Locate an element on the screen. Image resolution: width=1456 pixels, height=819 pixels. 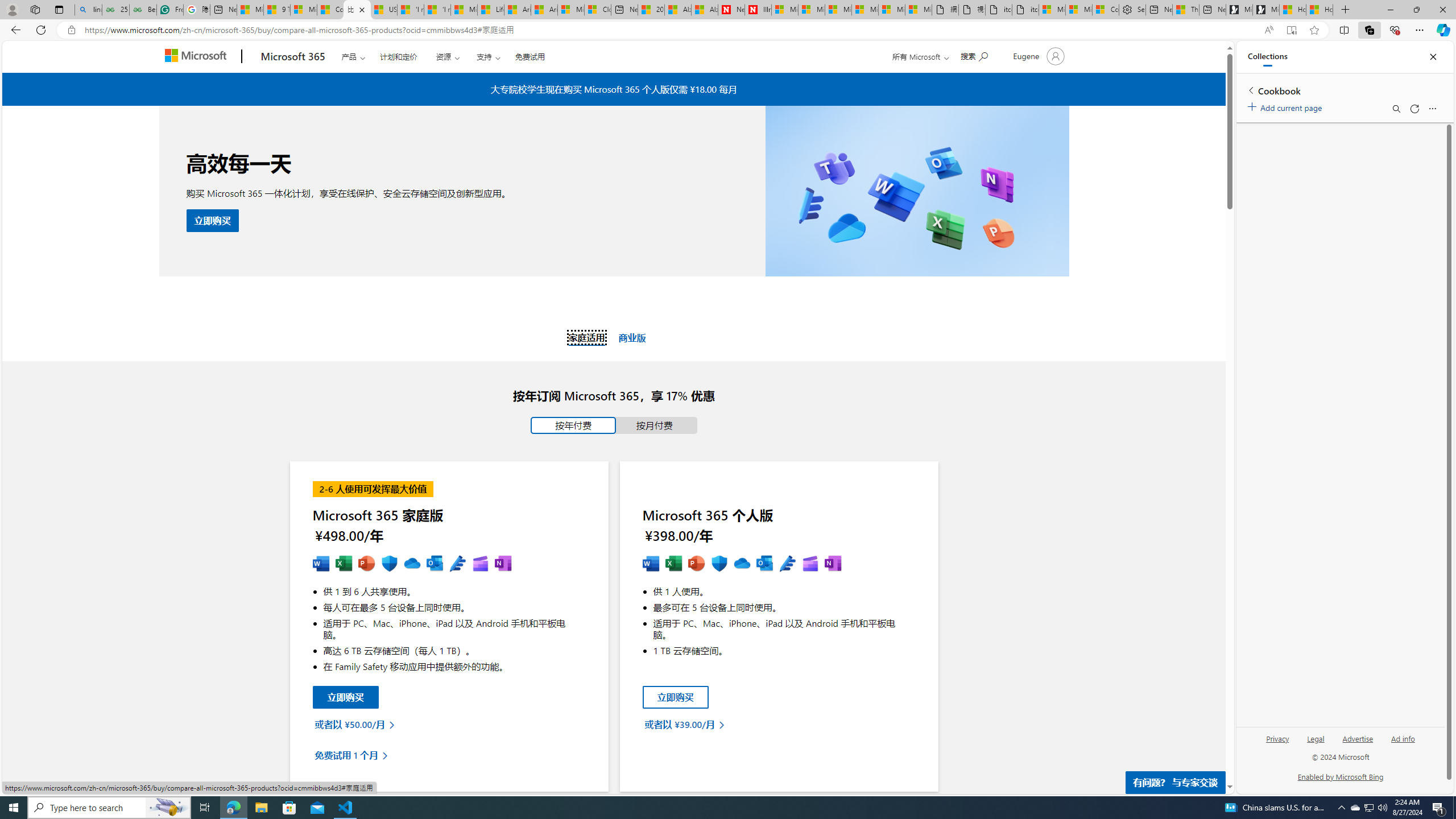
'Consumer Health Data Privacy Policy' is located at coordinates (1106, 9).